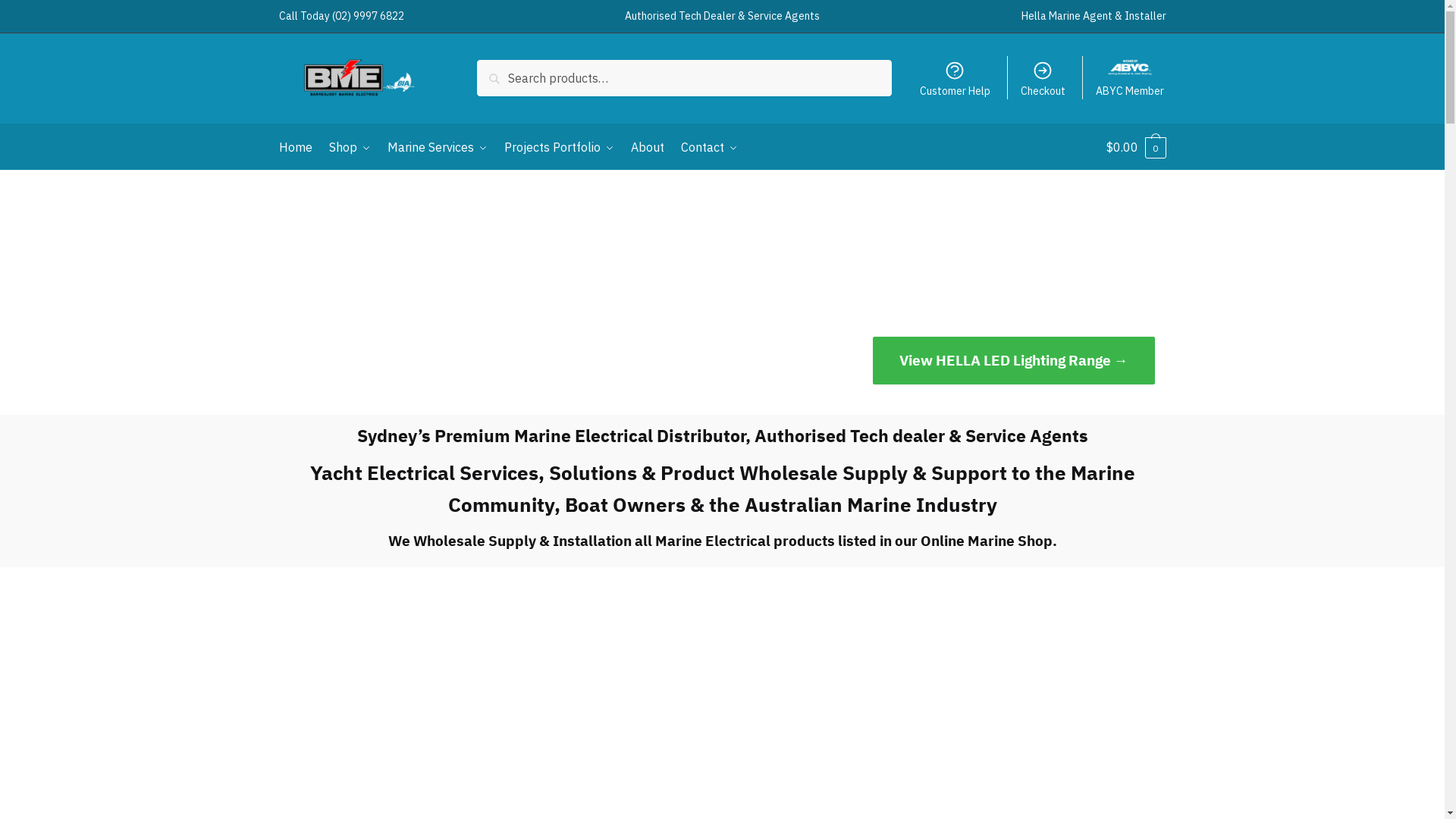  I want to click on 'Hella Marine Agent & Installer', so click(1020, 16).